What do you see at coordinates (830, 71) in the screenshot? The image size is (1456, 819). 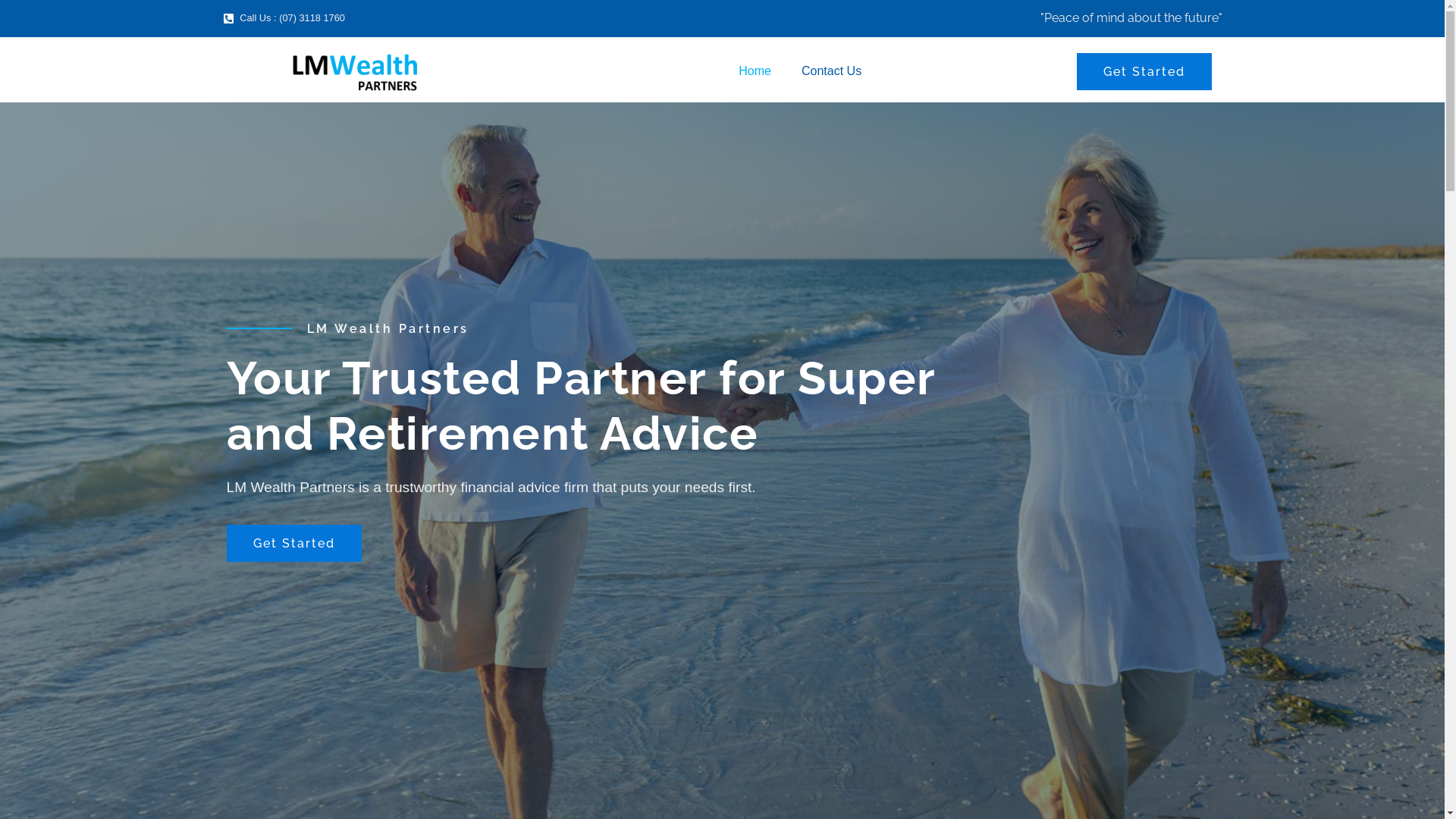 I see `'Contact Us'` at bounding box center [830, 71].